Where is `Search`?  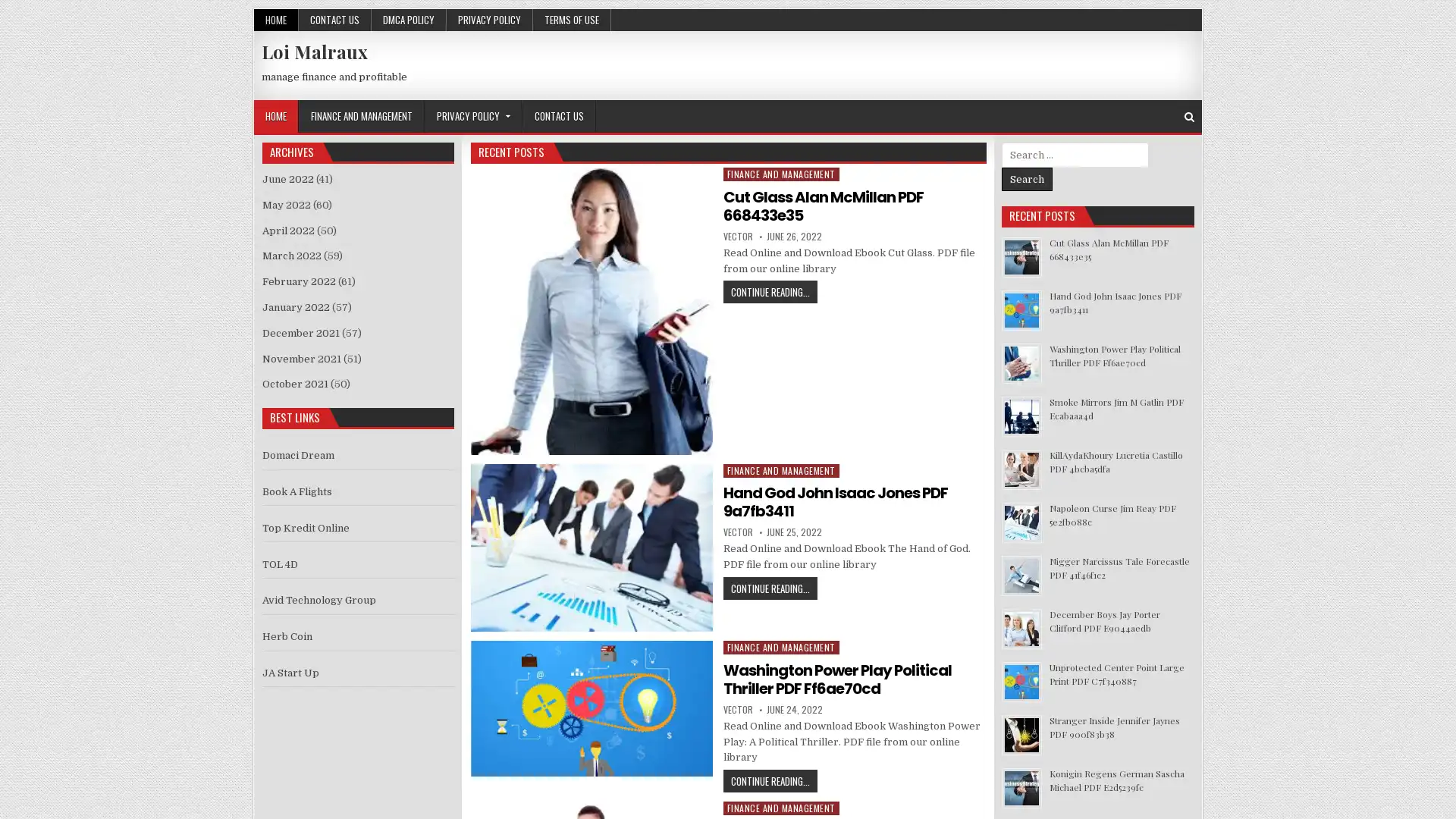 Search is located at coordinates (1027, 178).